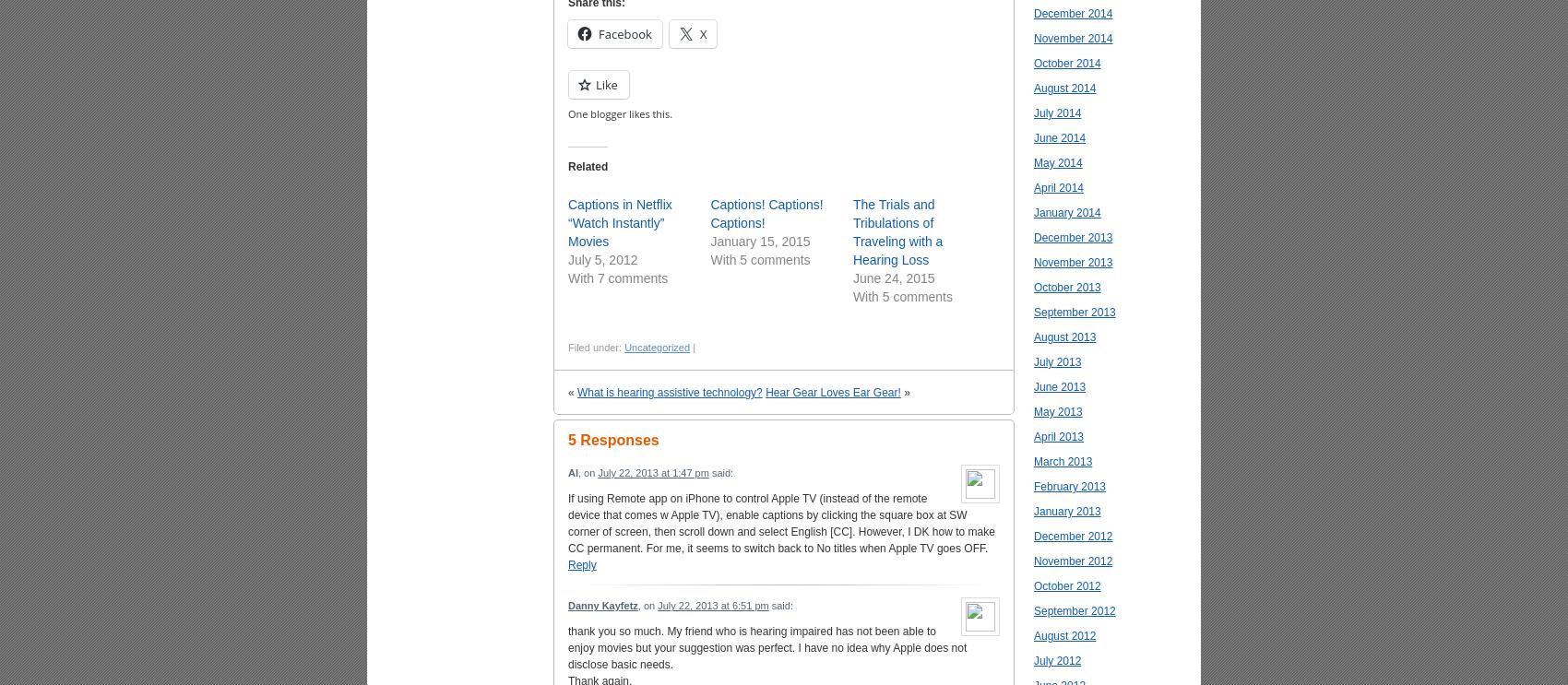  Describe the element at coordinates (766, 648) in the screenshot. I see `'thank you so much. My friend who is hearing impaired has not been able to enjoy movies but your suggestion was perfect. I have no idea why Apple does not disclose basic needs.'` at that location.